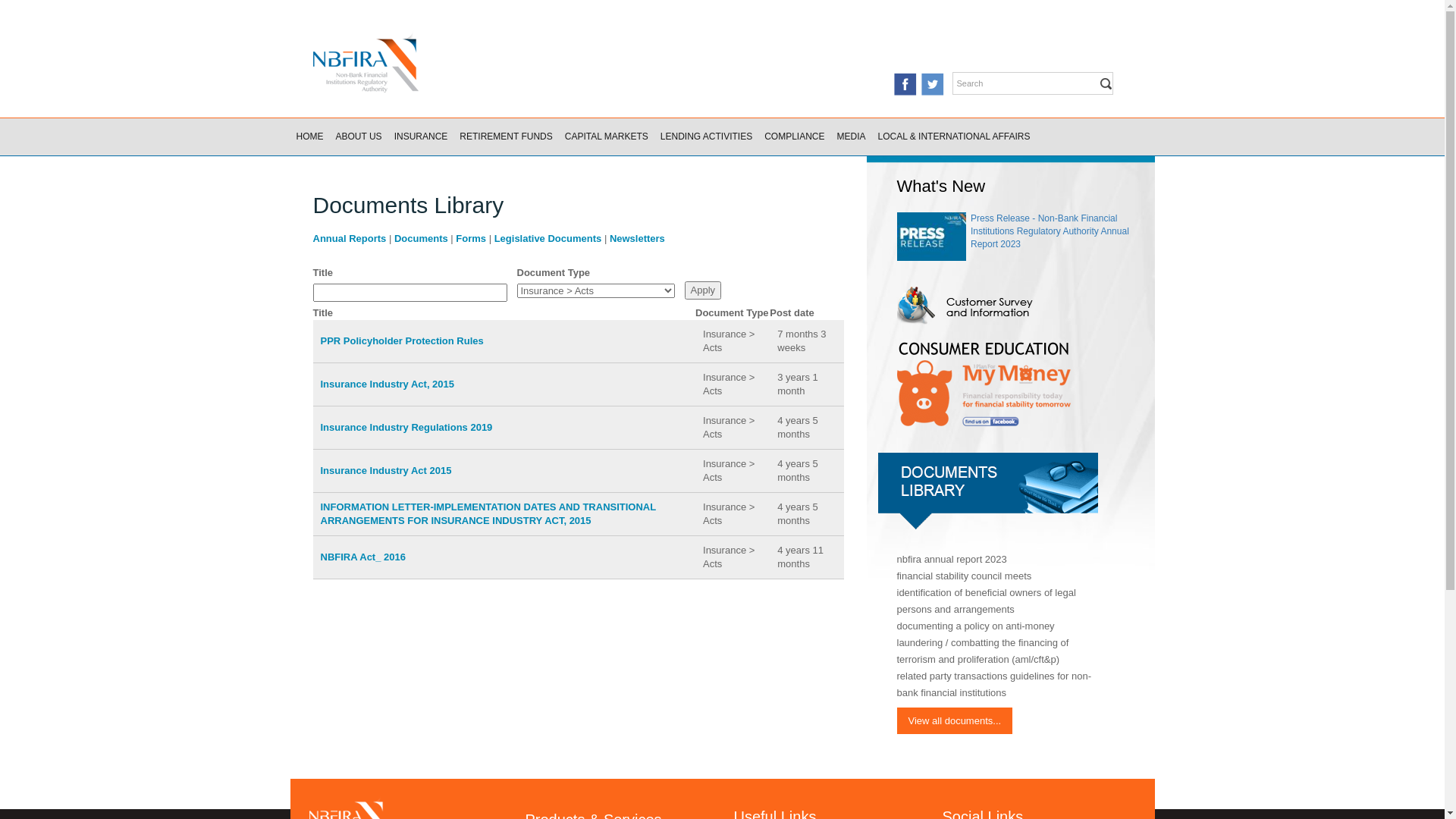  What do you see at coordinates (385, 469) in the screenshot?
I see `'Insurance Industry Act 2015'` at bounding box center [385, 469].